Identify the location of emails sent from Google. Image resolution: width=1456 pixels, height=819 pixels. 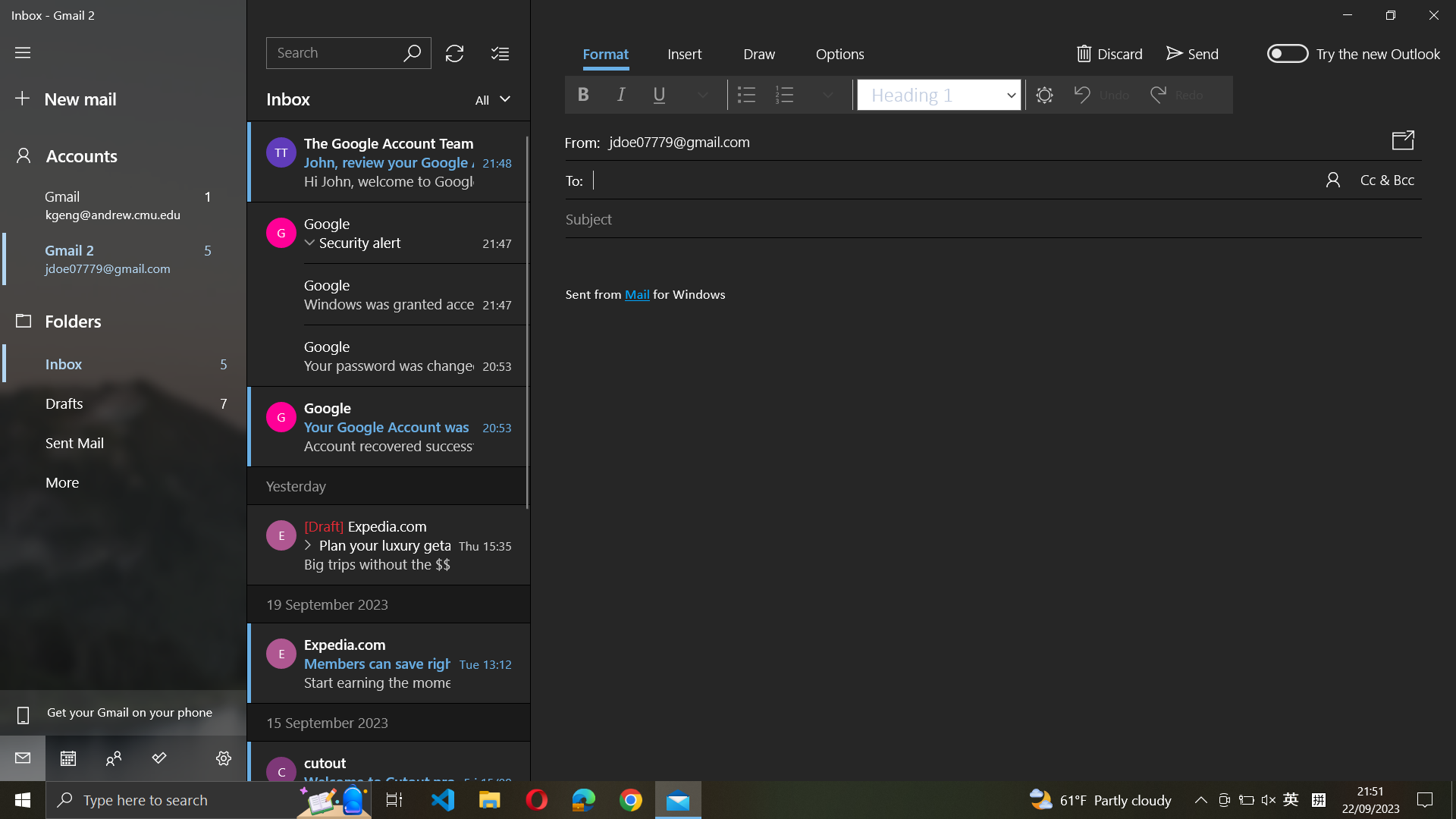
(348, 52).